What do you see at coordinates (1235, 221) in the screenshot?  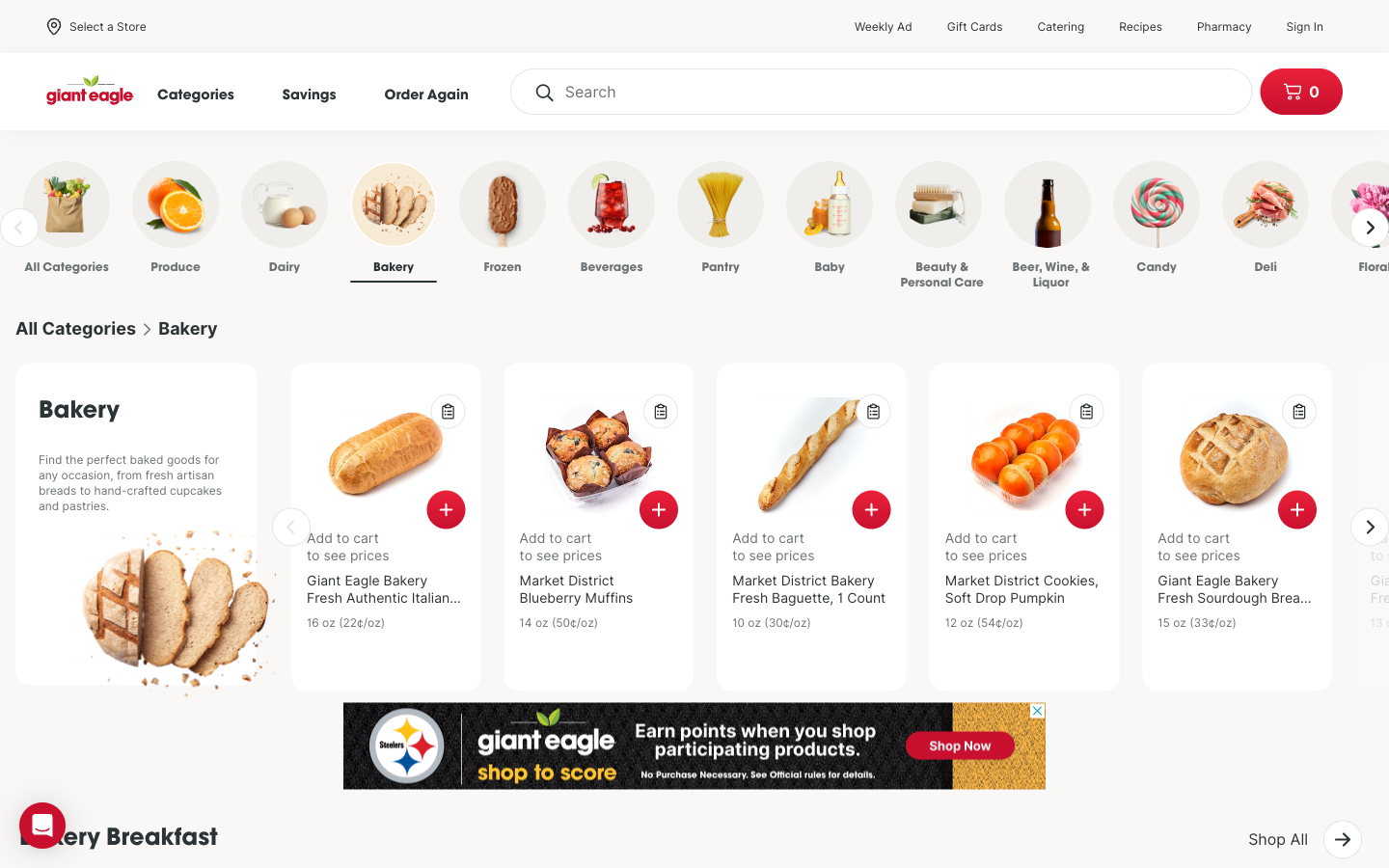 I see `the Deli Category Page` at bounding box center [1235, 221].